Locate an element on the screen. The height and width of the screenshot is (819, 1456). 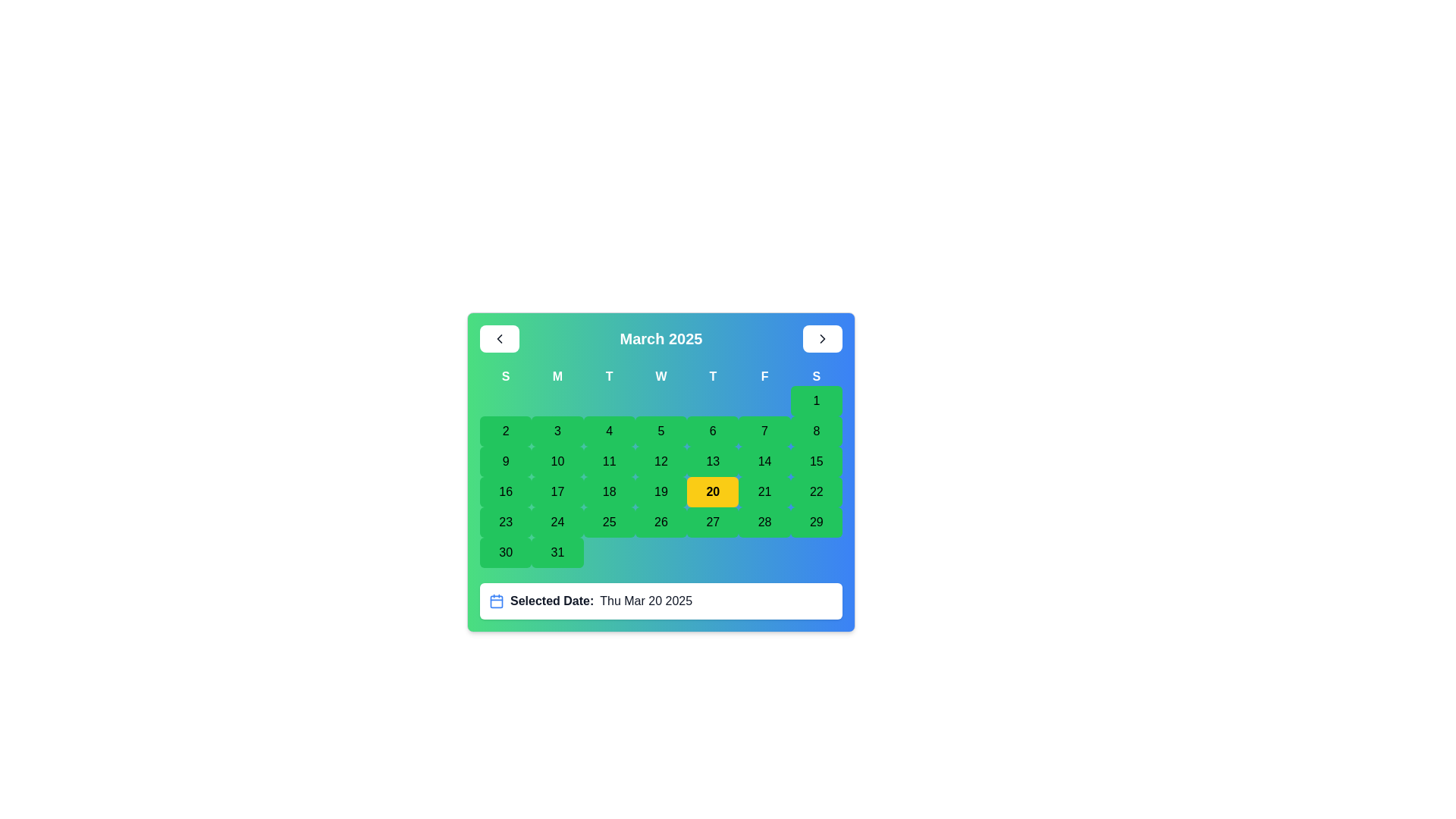
the Text label that displays the currently selected date in the date picker interface, located at the end of the 'Selected Date:' section is located at coordinates (646, 601).